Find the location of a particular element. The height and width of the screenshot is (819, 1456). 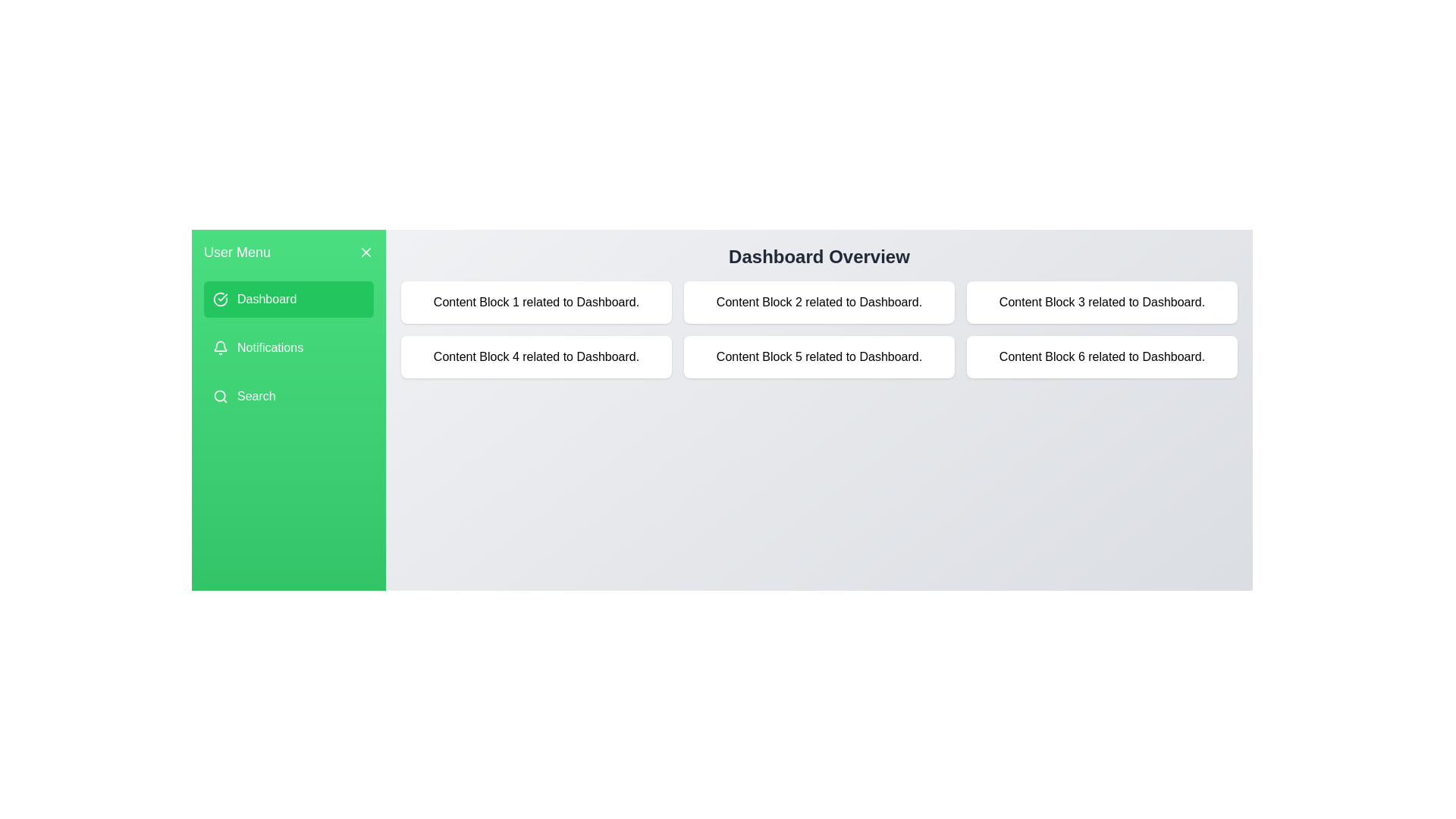

the menu item Notifications to view its related content is located at coordinates (288, 348).